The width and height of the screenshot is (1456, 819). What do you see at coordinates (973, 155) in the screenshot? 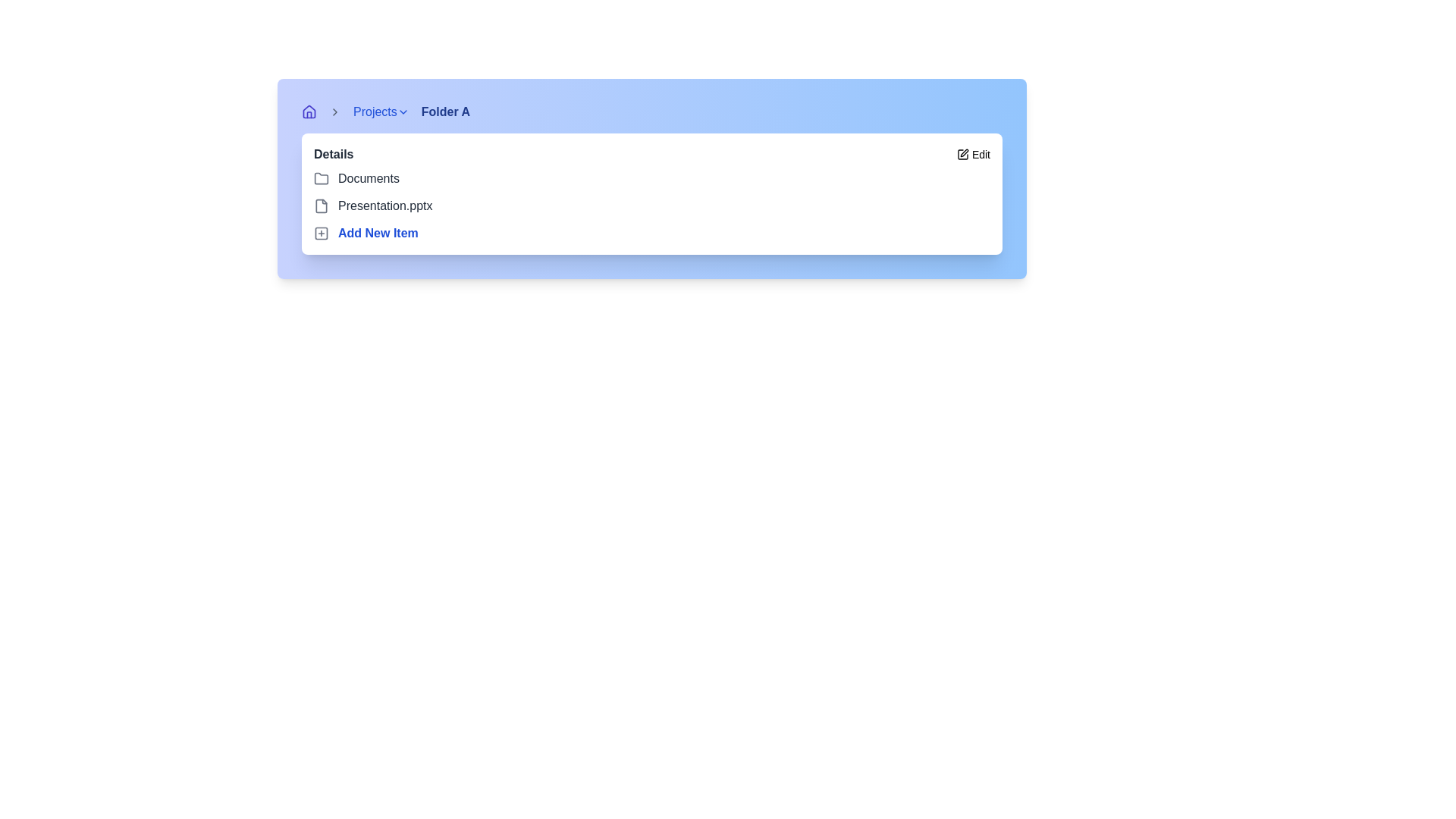
I see `the 'Edit' button with a pen square icon located at the upper-right corner of the 'Details' section` at bounding box center [973, 155].